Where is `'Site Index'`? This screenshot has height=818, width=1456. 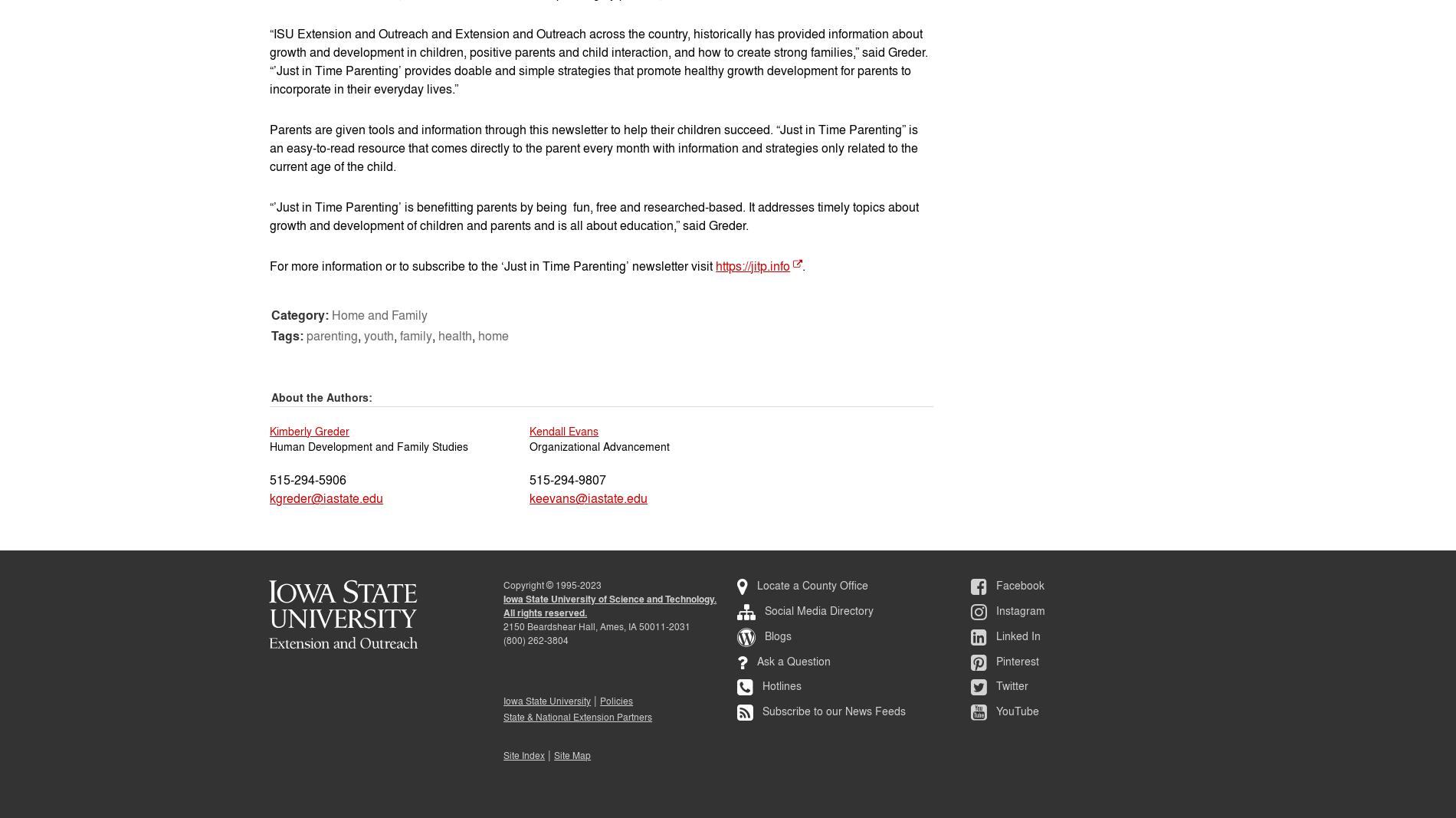
'Site Index' is located at coordinates (524, 755).